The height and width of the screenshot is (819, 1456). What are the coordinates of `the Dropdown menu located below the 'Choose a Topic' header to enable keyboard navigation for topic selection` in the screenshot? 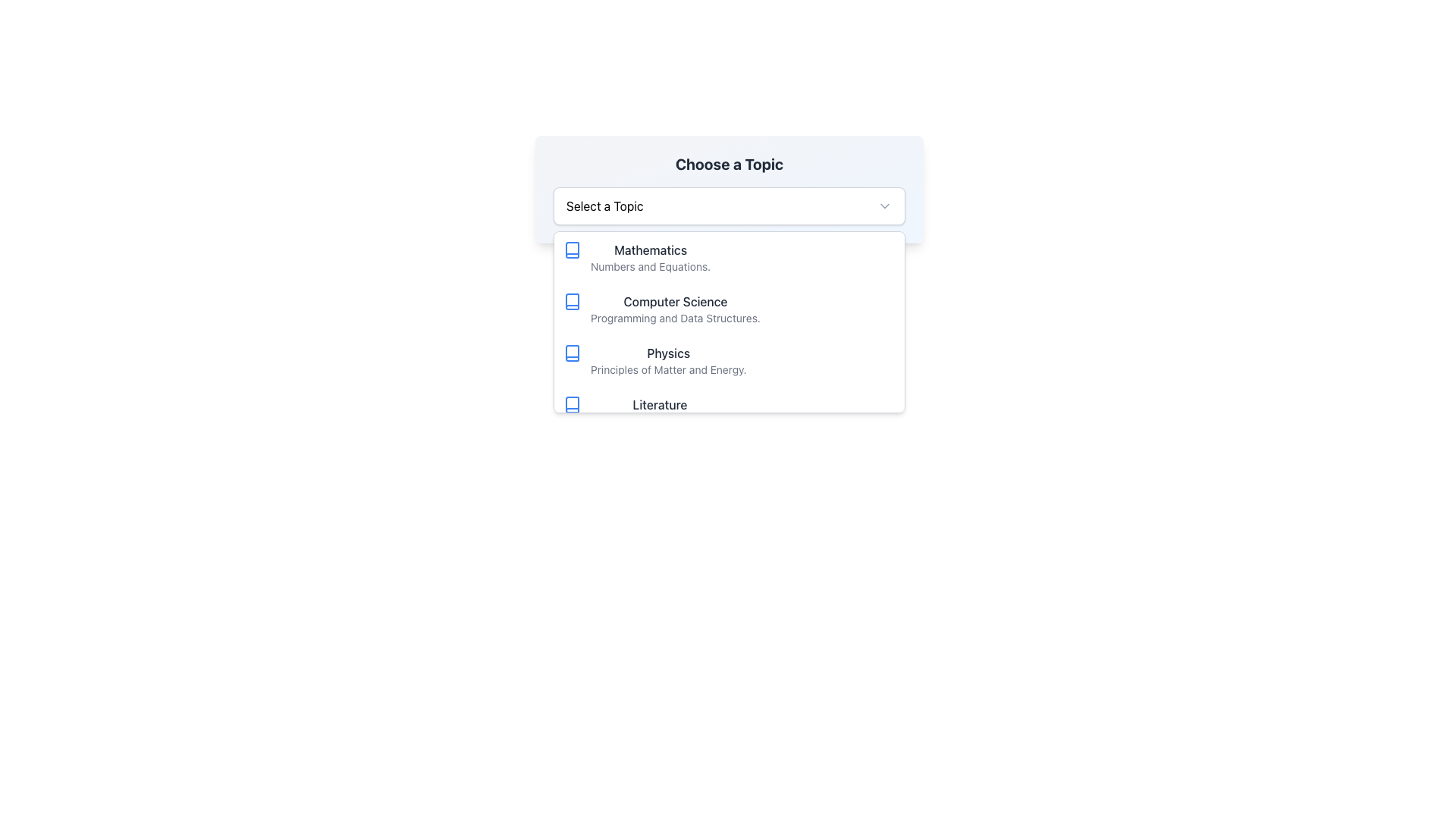 It's located at (729, 206).